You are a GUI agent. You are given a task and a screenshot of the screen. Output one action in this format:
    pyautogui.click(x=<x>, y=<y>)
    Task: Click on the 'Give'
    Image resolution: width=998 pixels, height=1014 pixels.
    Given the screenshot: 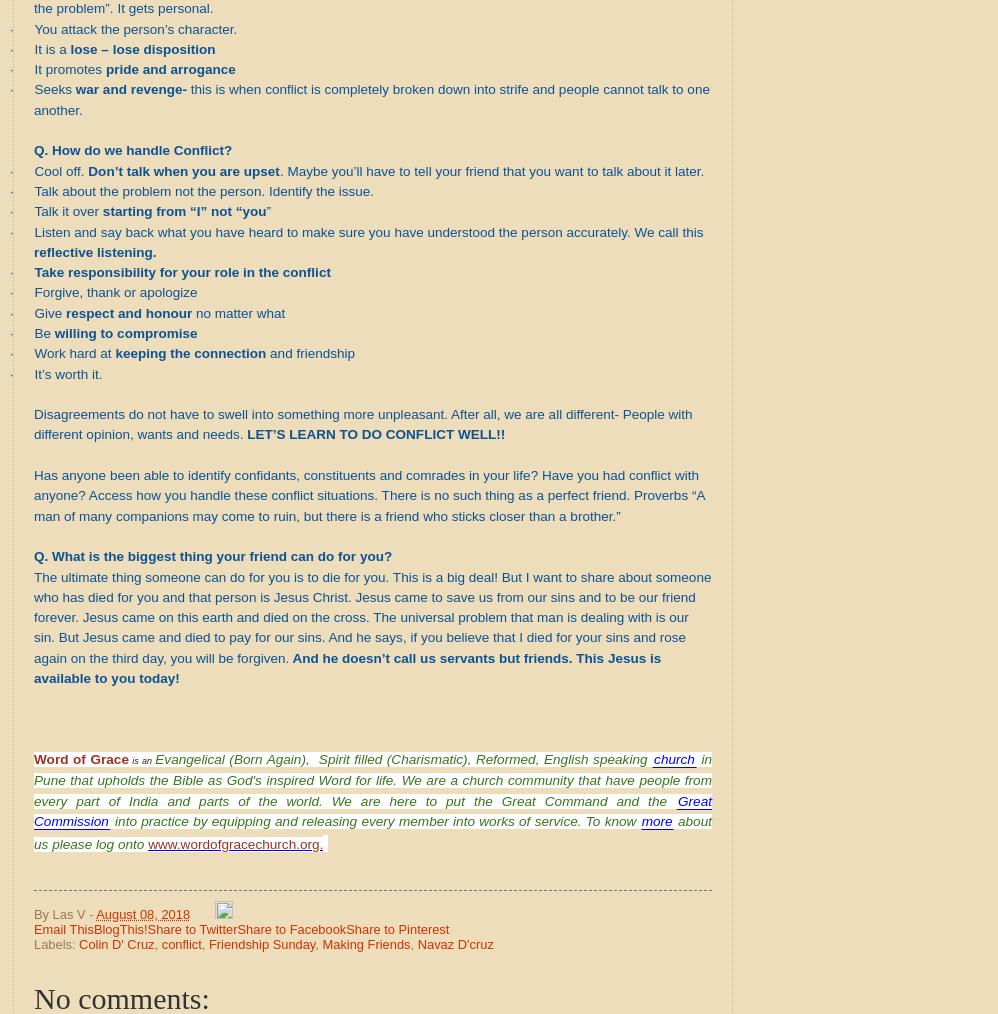 What is the action you would take?
    pyautogui.click(x=49, y=312)
    